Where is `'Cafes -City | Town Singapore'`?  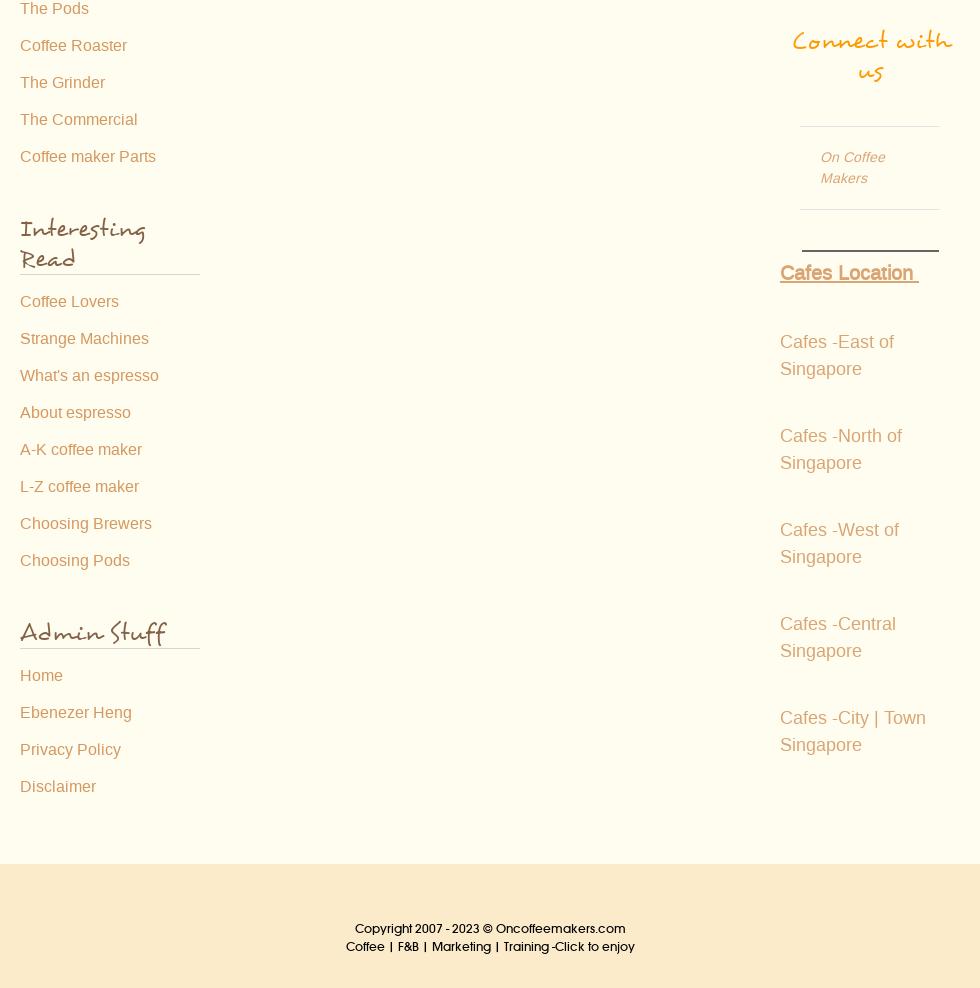
'Cafes -City | Town Singapore' is located at coordinates (852, 731).